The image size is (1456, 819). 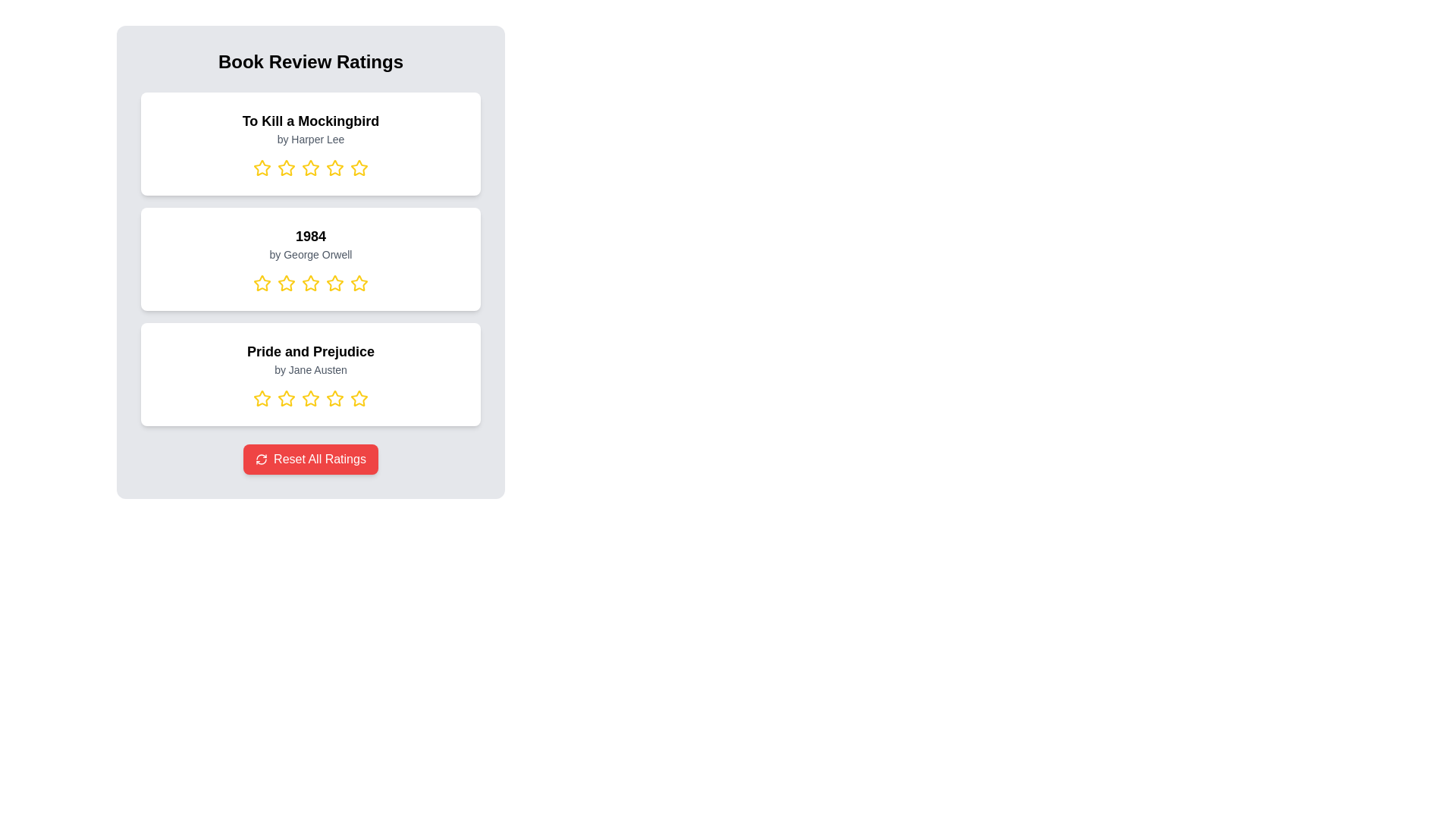 What do you see at coordinates (287, 168) in the screenshot?
I see `the rating for a book by selecting 2 stars for the book titled To Kill a Mockingbird` at bounding box center [287, 168].